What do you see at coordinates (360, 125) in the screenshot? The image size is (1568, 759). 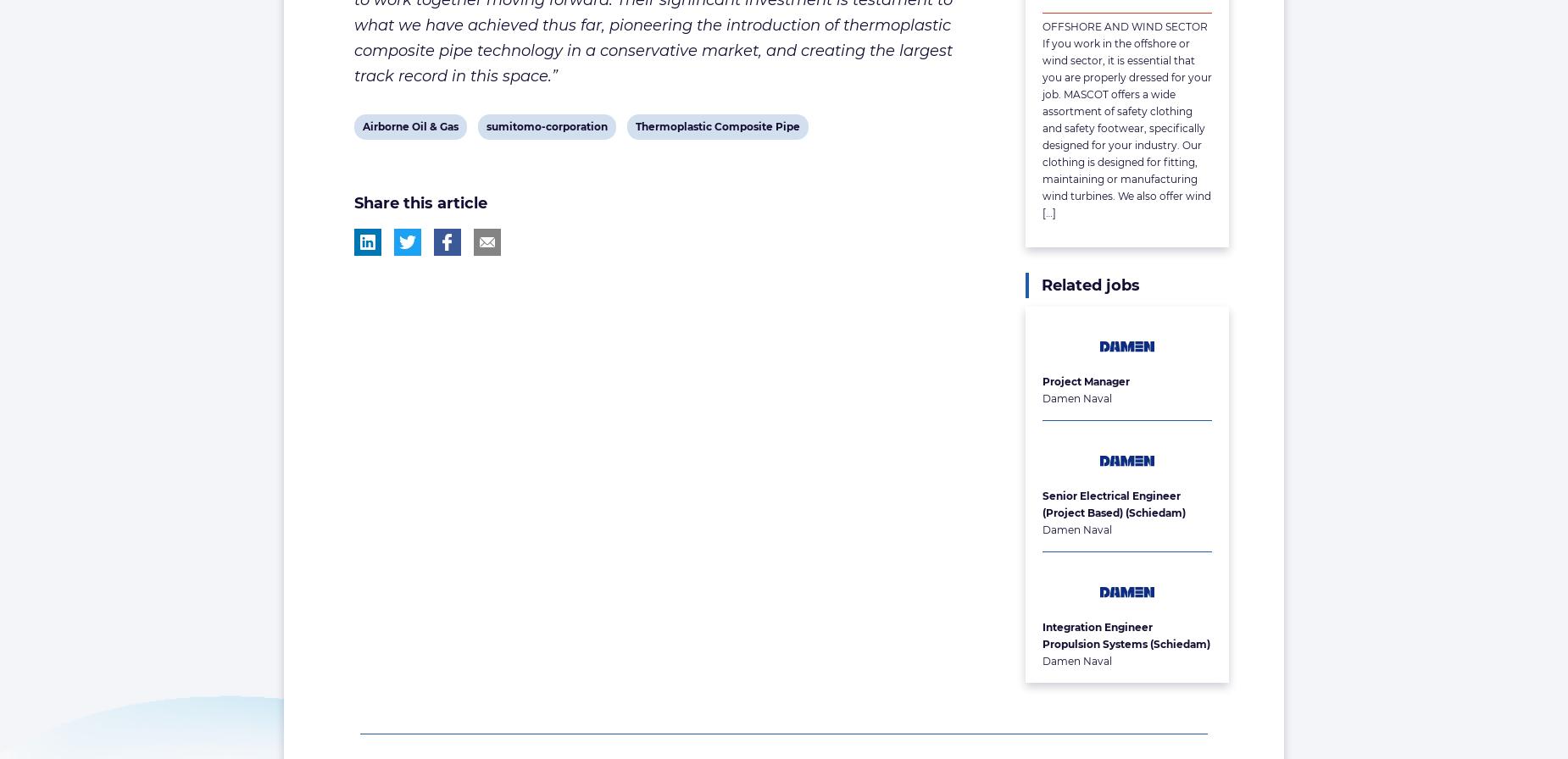 I see `'Airborne Oil & Gas'` at bounding box center [360, 125].